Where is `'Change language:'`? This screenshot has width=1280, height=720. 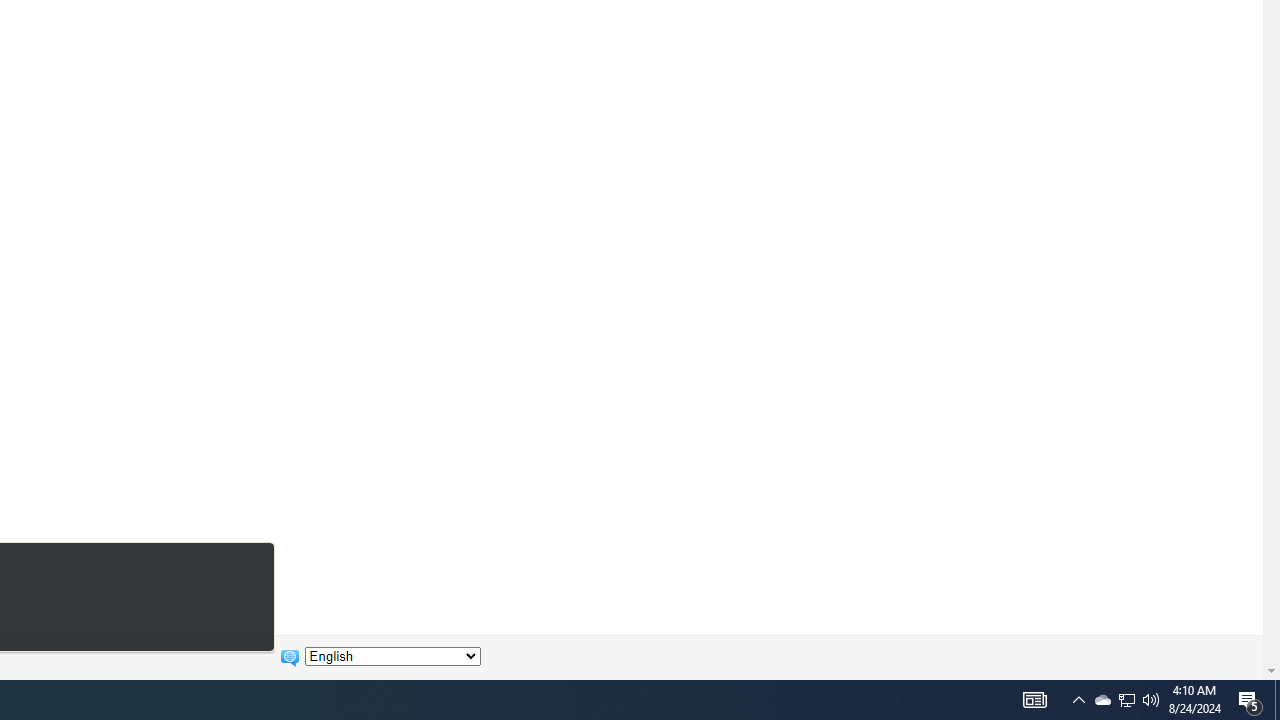
'Change language:' is located at coordinates (392, 656).